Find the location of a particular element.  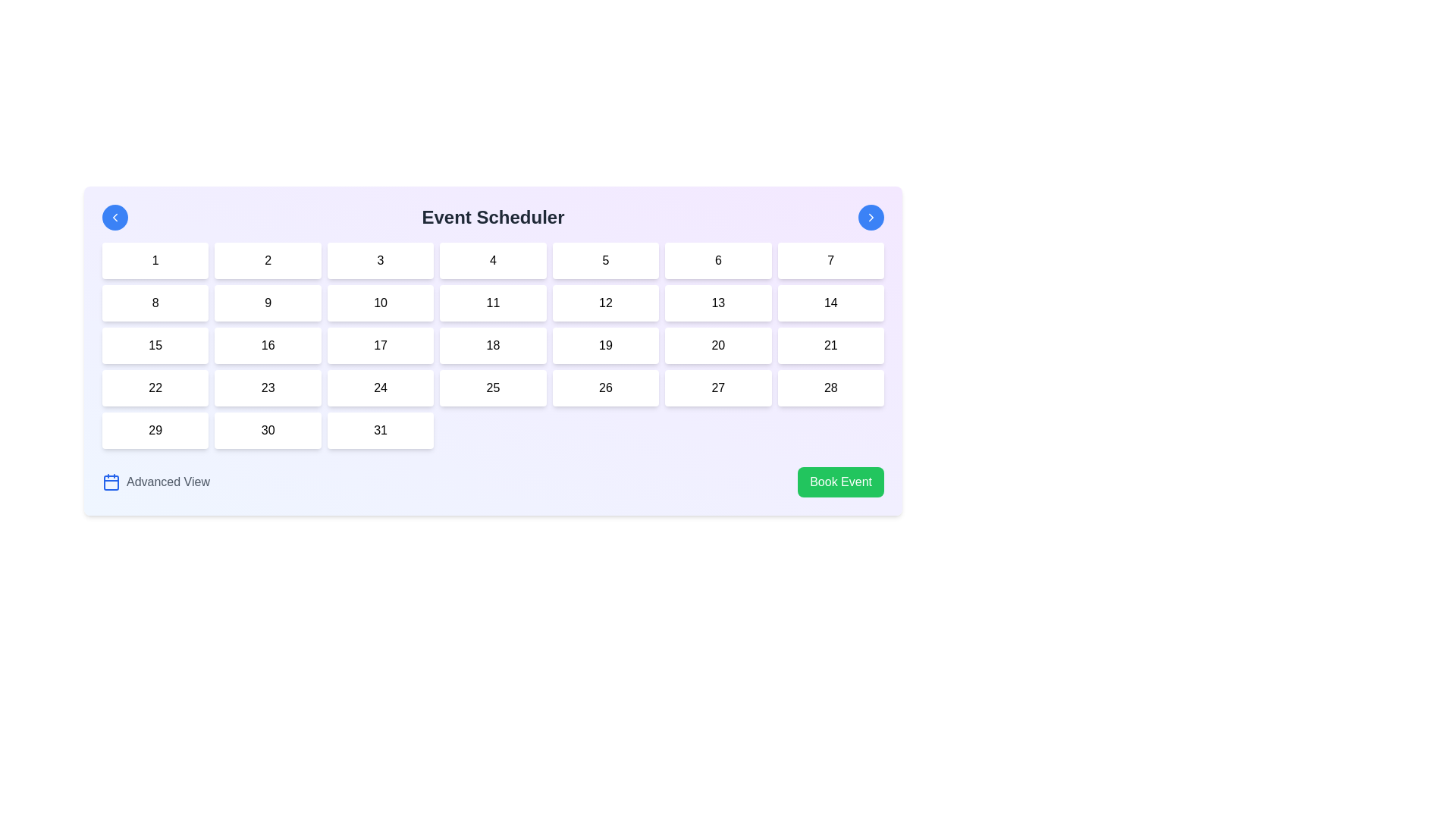

the rectangular button with a white background and black text '12' is located at coordinates (604, 303).